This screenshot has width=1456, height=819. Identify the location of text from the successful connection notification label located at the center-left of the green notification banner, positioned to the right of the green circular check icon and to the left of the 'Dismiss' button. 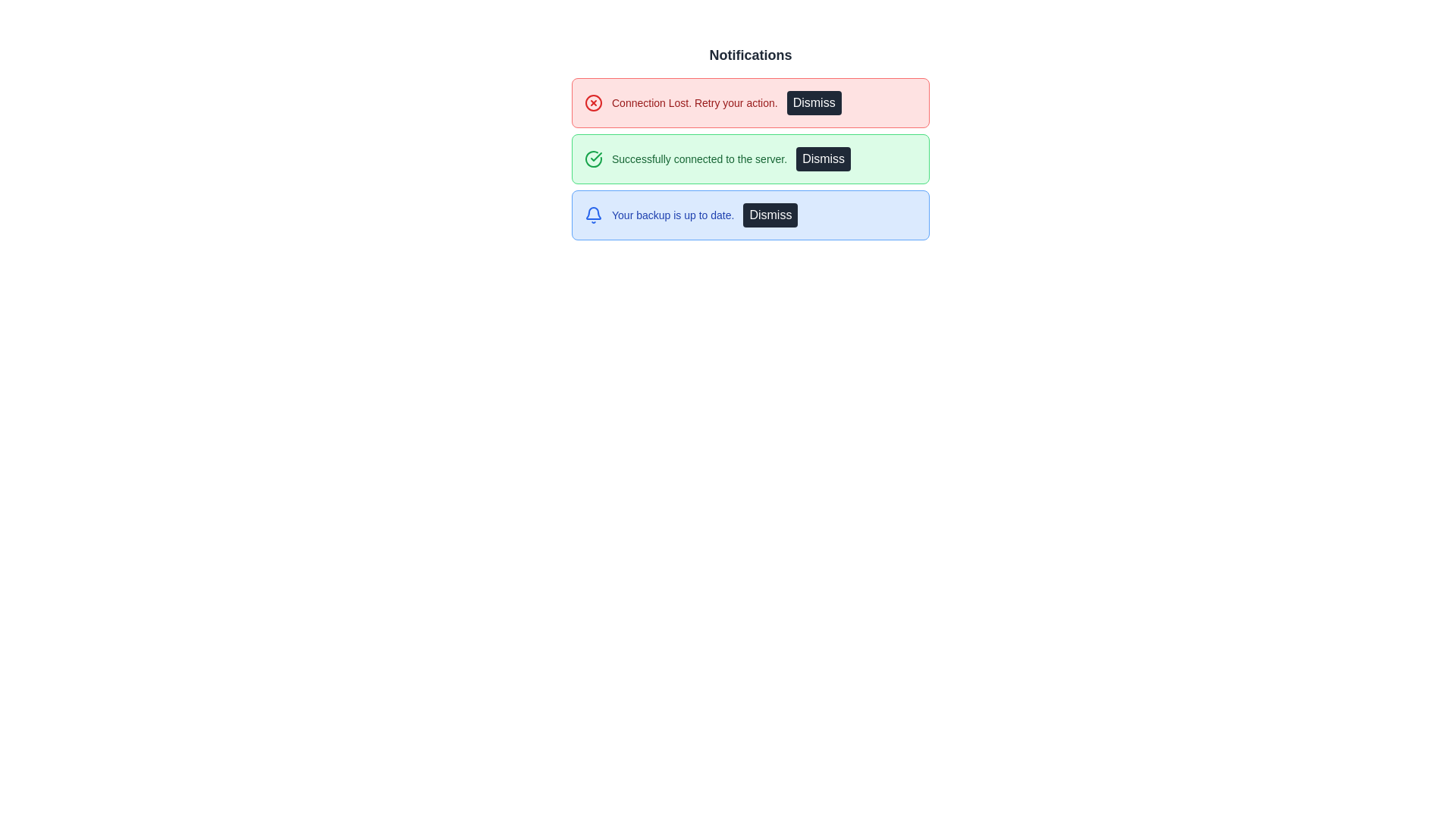
(698, 158).